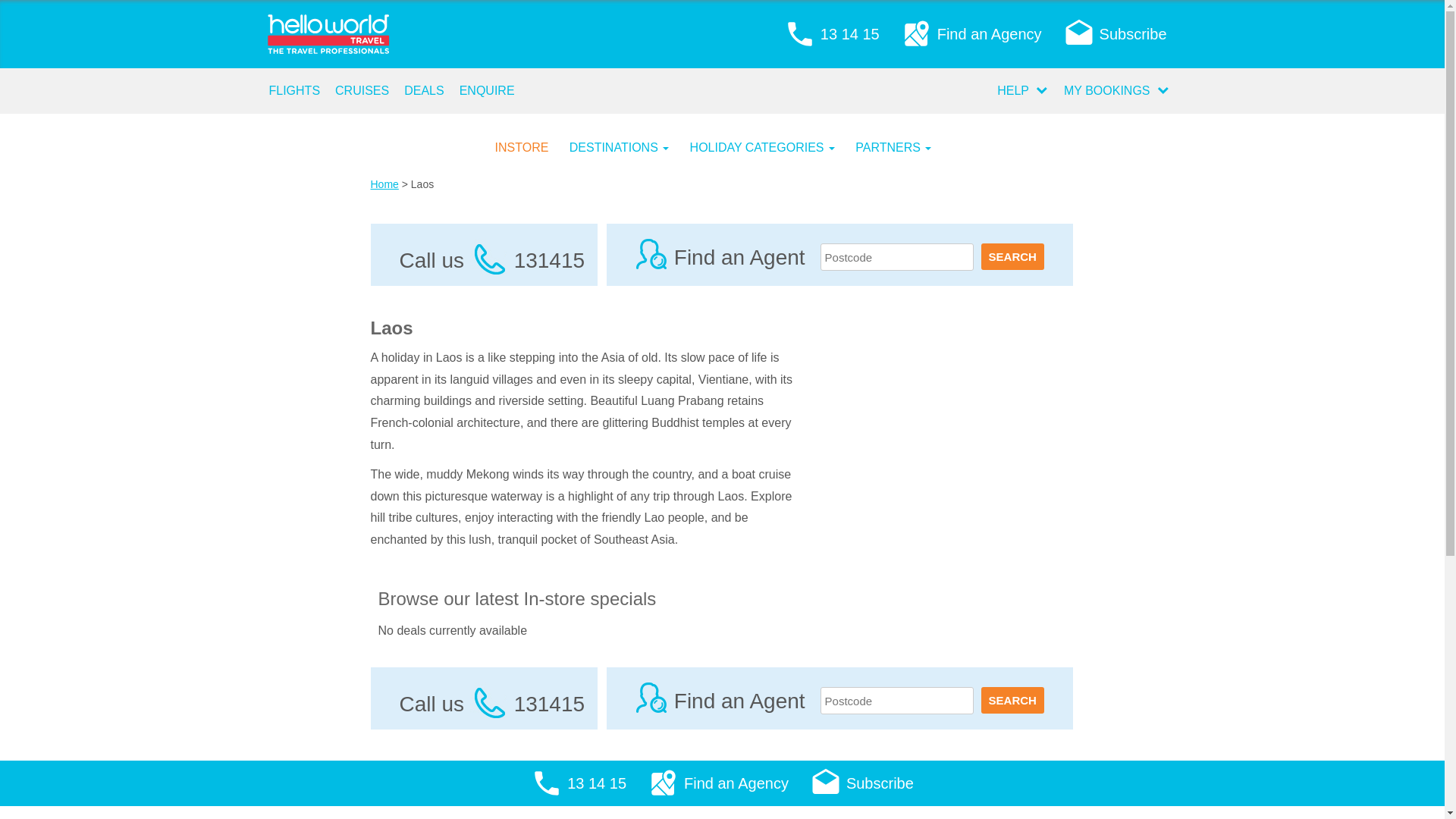  Describe the element at coordinates (831, 34) in the screenshot. I see `'13 14 15'` at that location.